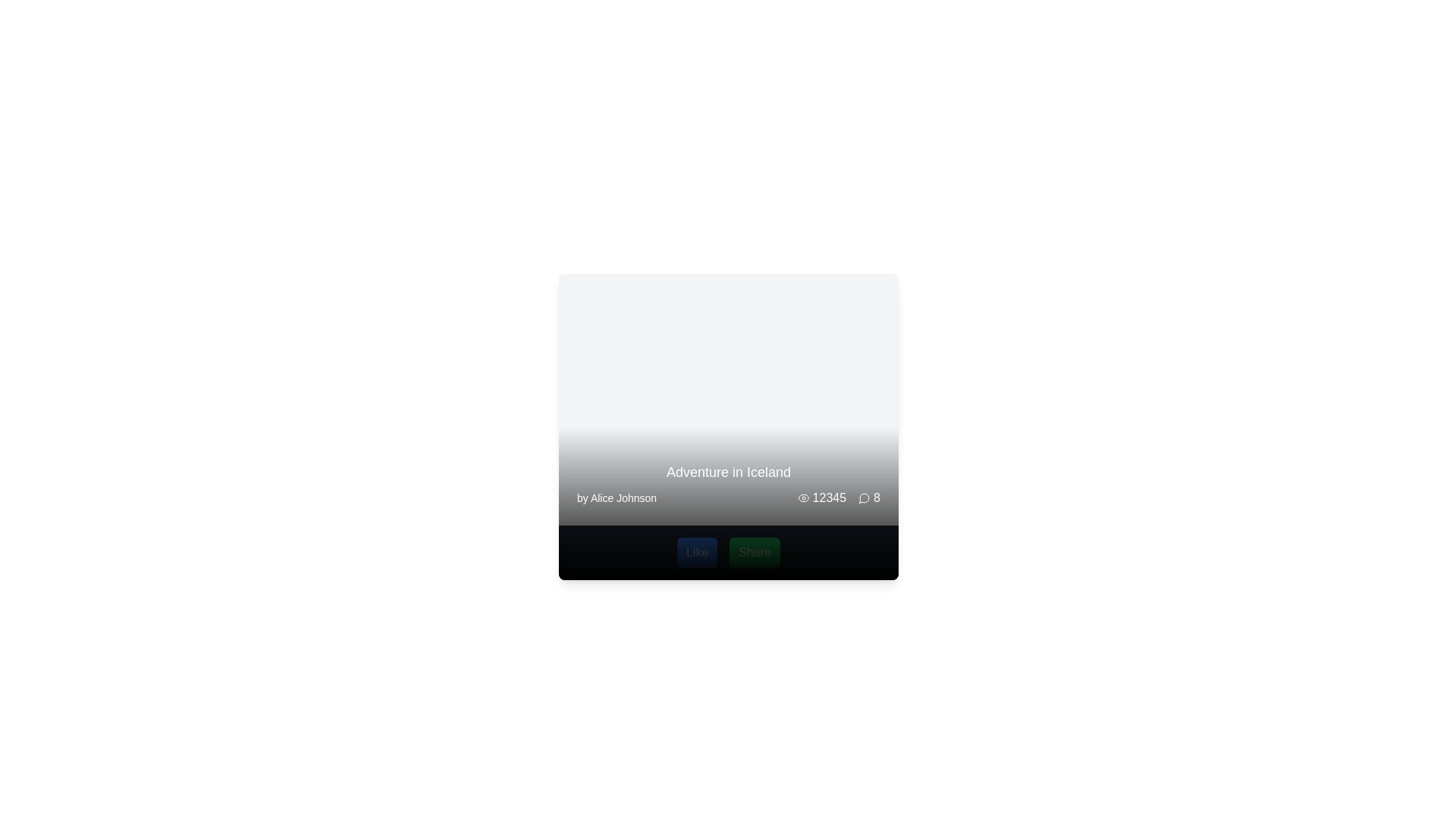 Image resolution: width=1456 pixels, height=819 pixels. Describe the element at coordinates (617, 497) in the screenshot. I see `the Static Label located at the bottom left of the card, which identifies the author or originator of the content` at that location.